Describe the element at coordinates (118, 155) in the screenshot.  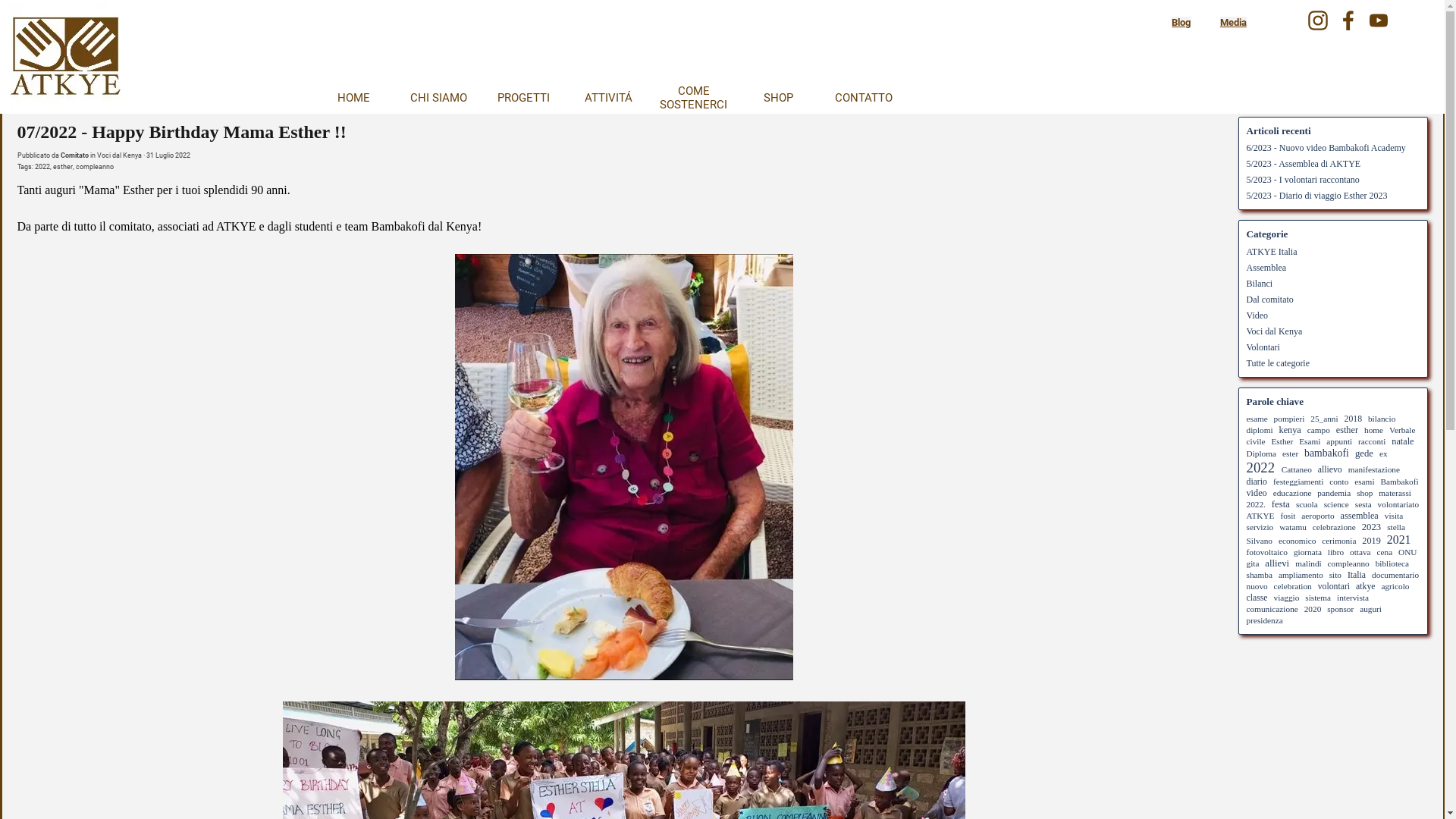
I see `'Voci dal Kenya'` at that location.